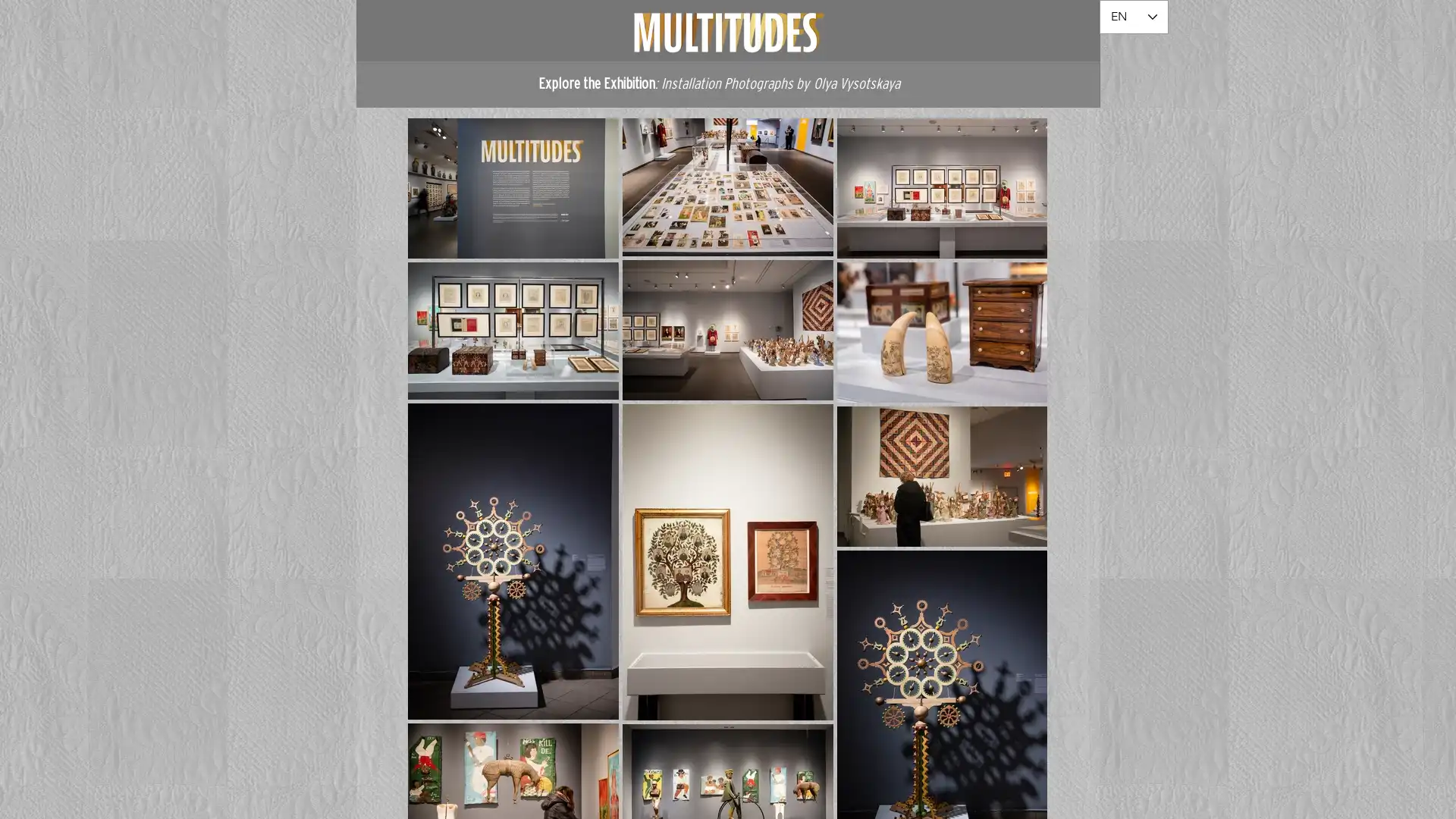 The image size is (1456, 819). I want to click on EX - 2022 - Multitudes - AFAM - 045.jpg, so click(728, 329).